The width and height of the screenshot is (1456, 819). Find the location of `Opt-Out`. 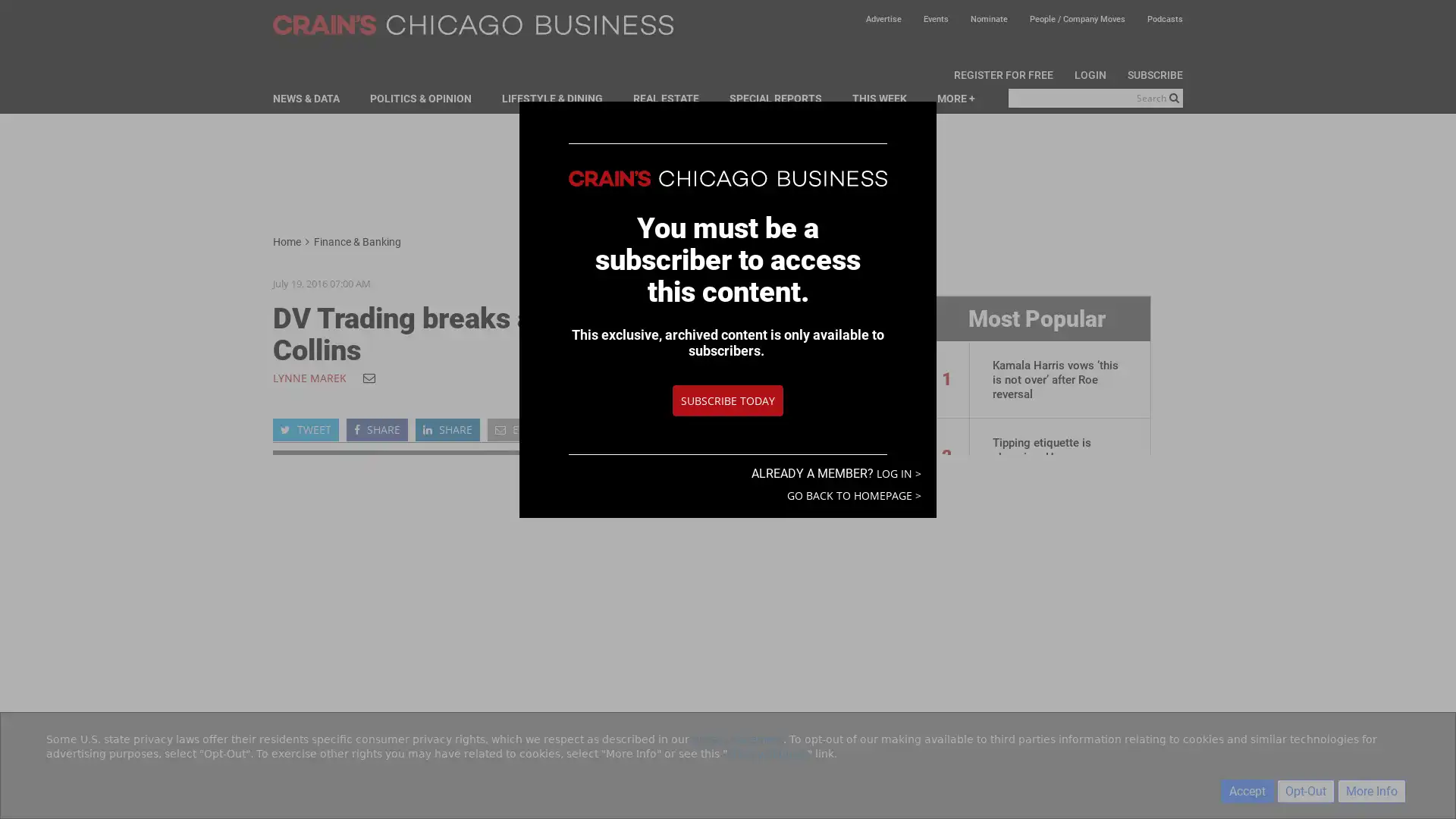

Opt-Out is located at coordinates (1305, 790).